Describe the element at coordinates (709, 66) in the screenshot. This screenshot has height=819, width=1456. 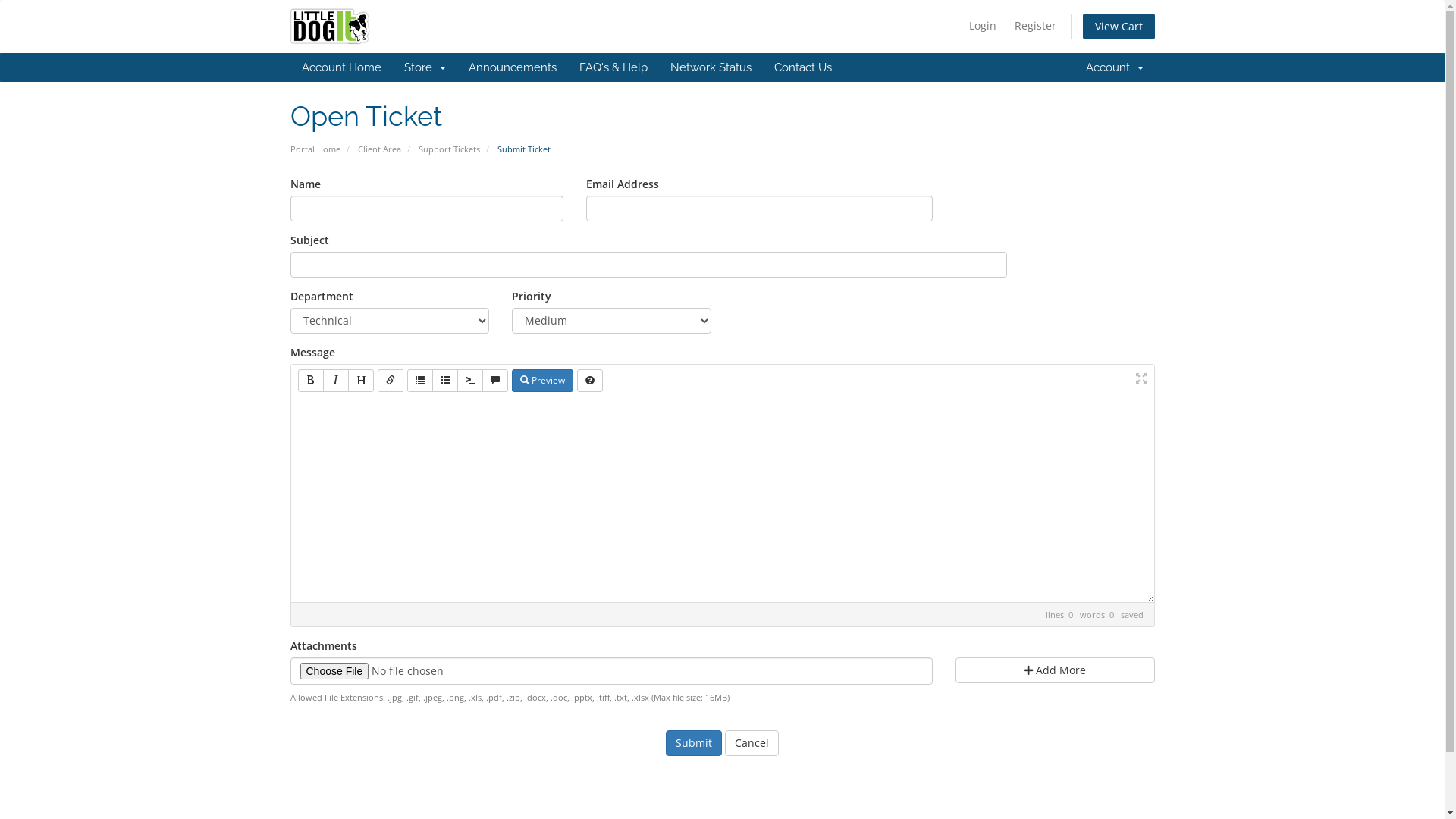
I see `'Network Status'` at that location.